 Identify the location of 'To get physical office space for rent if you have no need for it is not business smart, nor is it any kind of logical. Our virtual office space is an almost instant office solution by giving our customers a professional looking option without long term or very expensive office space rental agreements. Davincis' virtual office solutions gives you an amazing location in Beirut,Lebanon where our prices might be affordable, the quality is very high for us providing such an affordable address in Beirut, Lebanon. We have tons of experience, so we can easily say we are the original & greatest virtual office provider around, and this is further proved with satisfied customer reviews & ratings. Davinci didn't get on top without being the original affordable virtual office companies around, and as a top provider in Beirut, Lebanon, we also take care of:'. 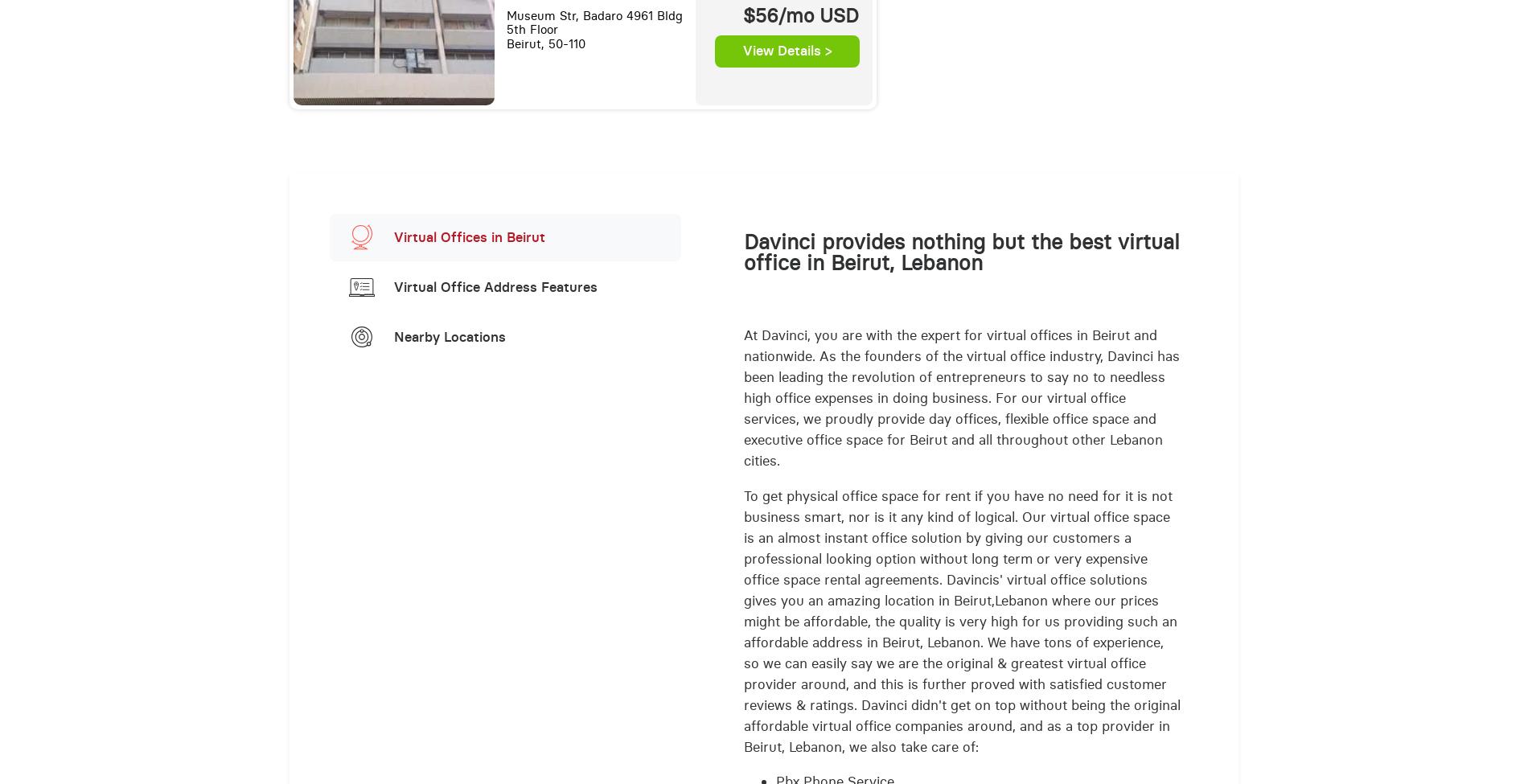
(961, 620).